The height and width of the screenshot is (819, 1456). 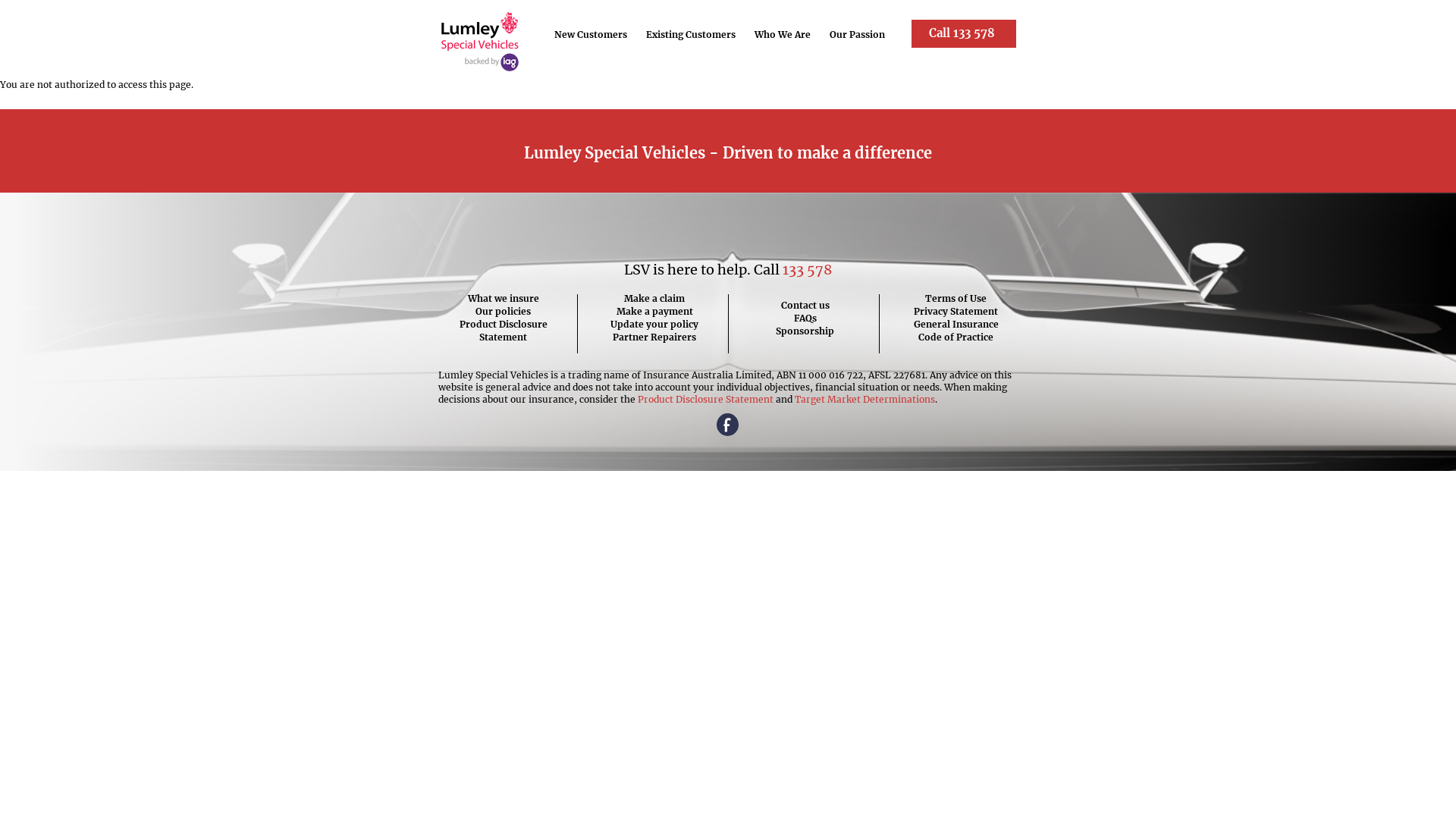 What do you see at coordinates (955, 298) in the screenshot?
I see `'Terms of Use'` at bounding box center [955, 298].